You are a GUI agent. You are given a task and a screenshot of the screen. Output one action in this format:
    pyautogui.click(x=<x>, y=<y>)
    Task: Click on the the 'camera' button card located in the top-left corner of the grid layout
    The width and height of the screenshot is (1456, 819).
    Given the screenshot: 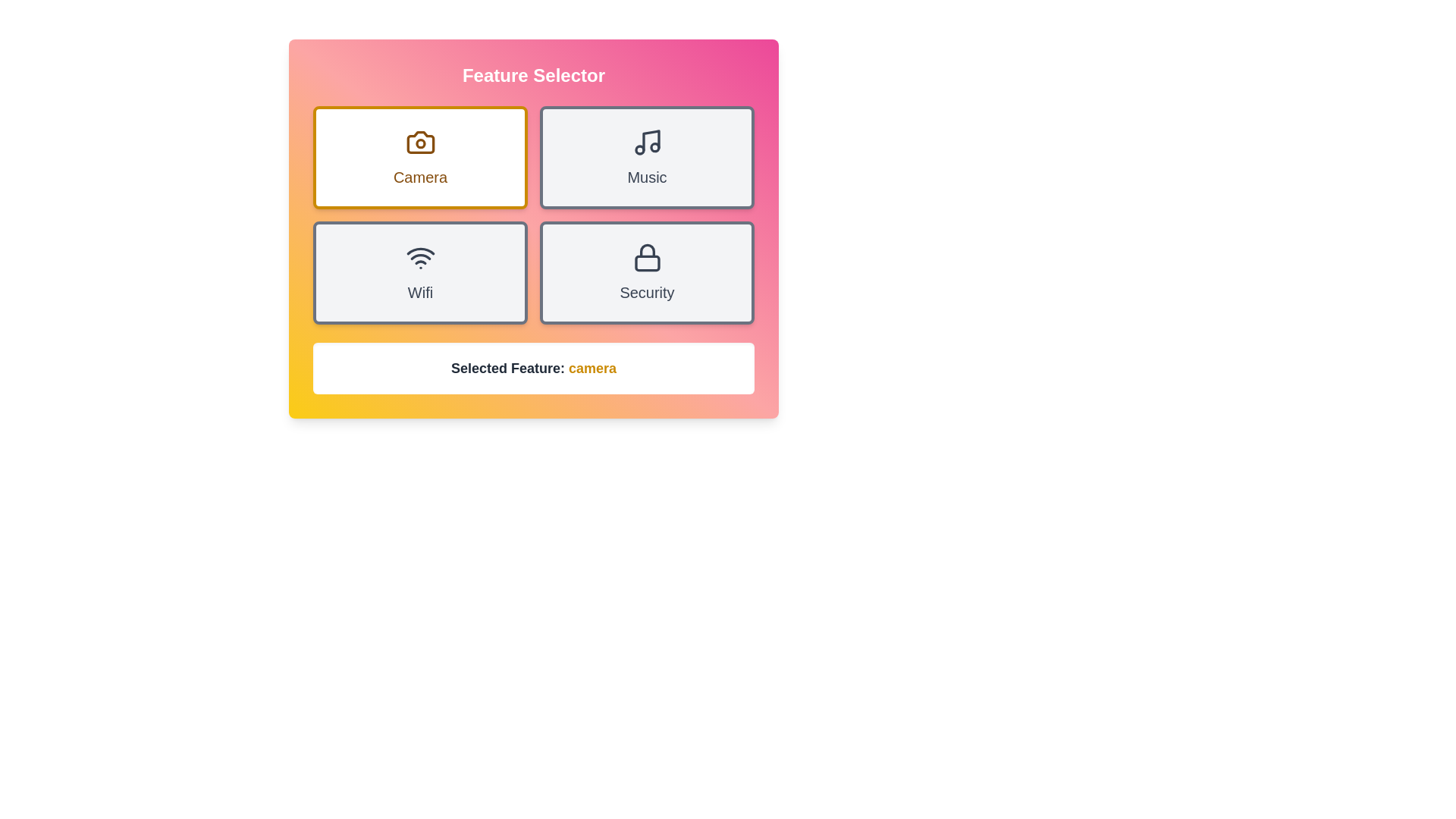 What is the action you would take?
    pyautogui.click(x=420, y=158)
    